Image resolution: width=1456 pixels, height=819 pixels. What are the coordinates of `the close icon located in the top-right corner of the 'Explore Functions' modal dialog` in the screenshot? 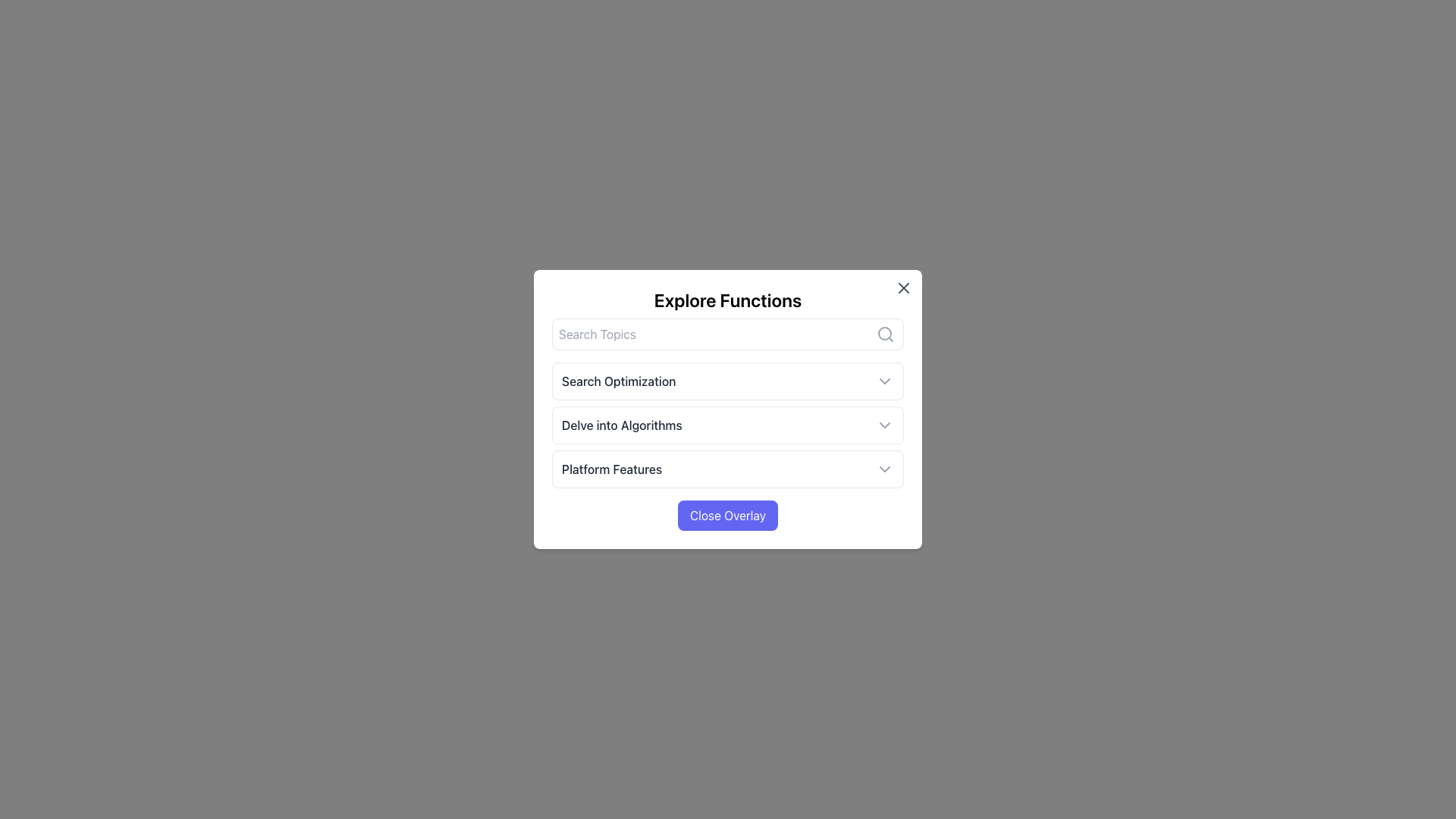 It's located at (903, 288).